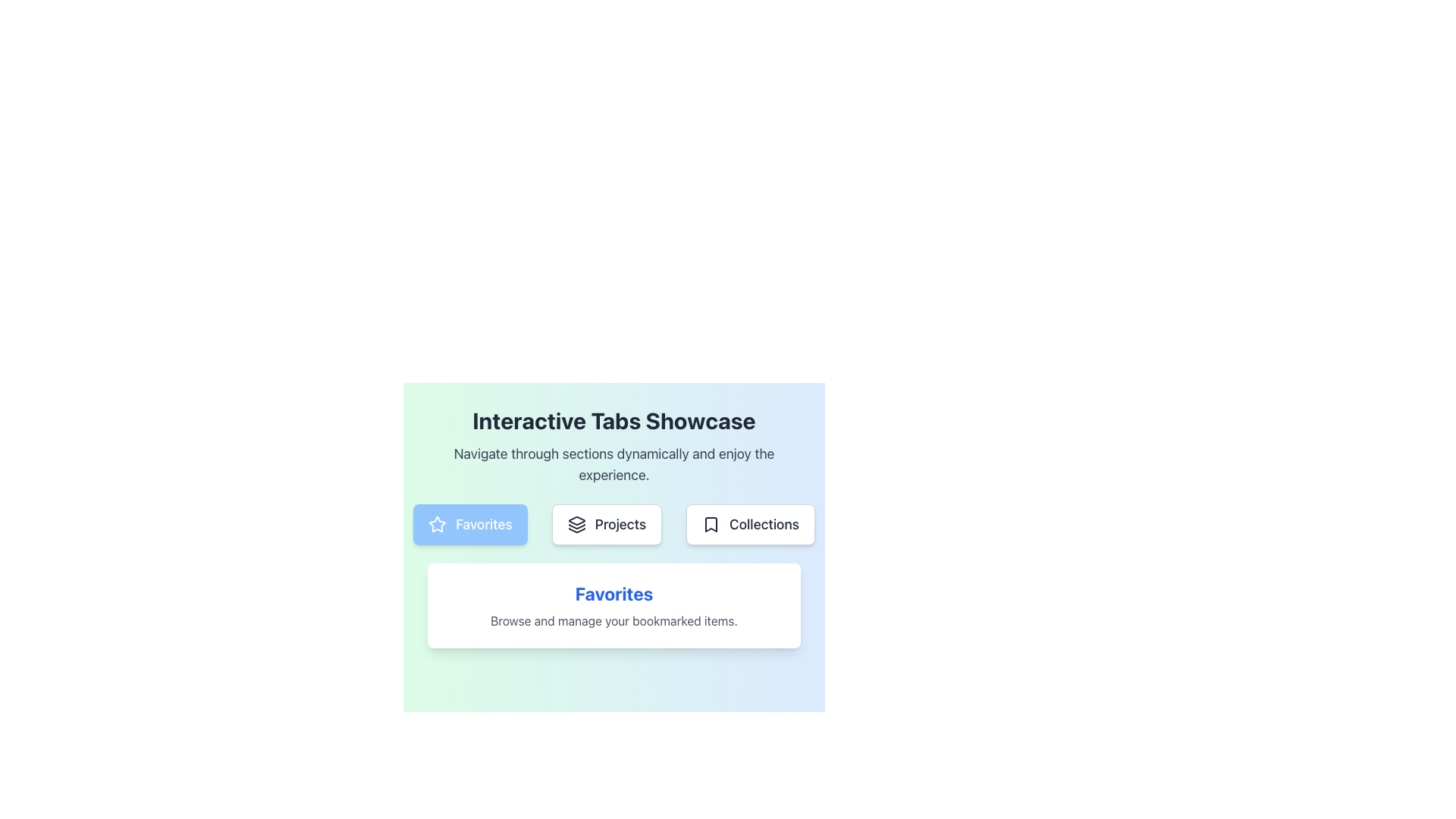  I want to click on the 'Projects' text label, which is the second button in a horizontal list of buttons labeled 'Favorites', 'Projects', and 'Collections', so click(620, 523).